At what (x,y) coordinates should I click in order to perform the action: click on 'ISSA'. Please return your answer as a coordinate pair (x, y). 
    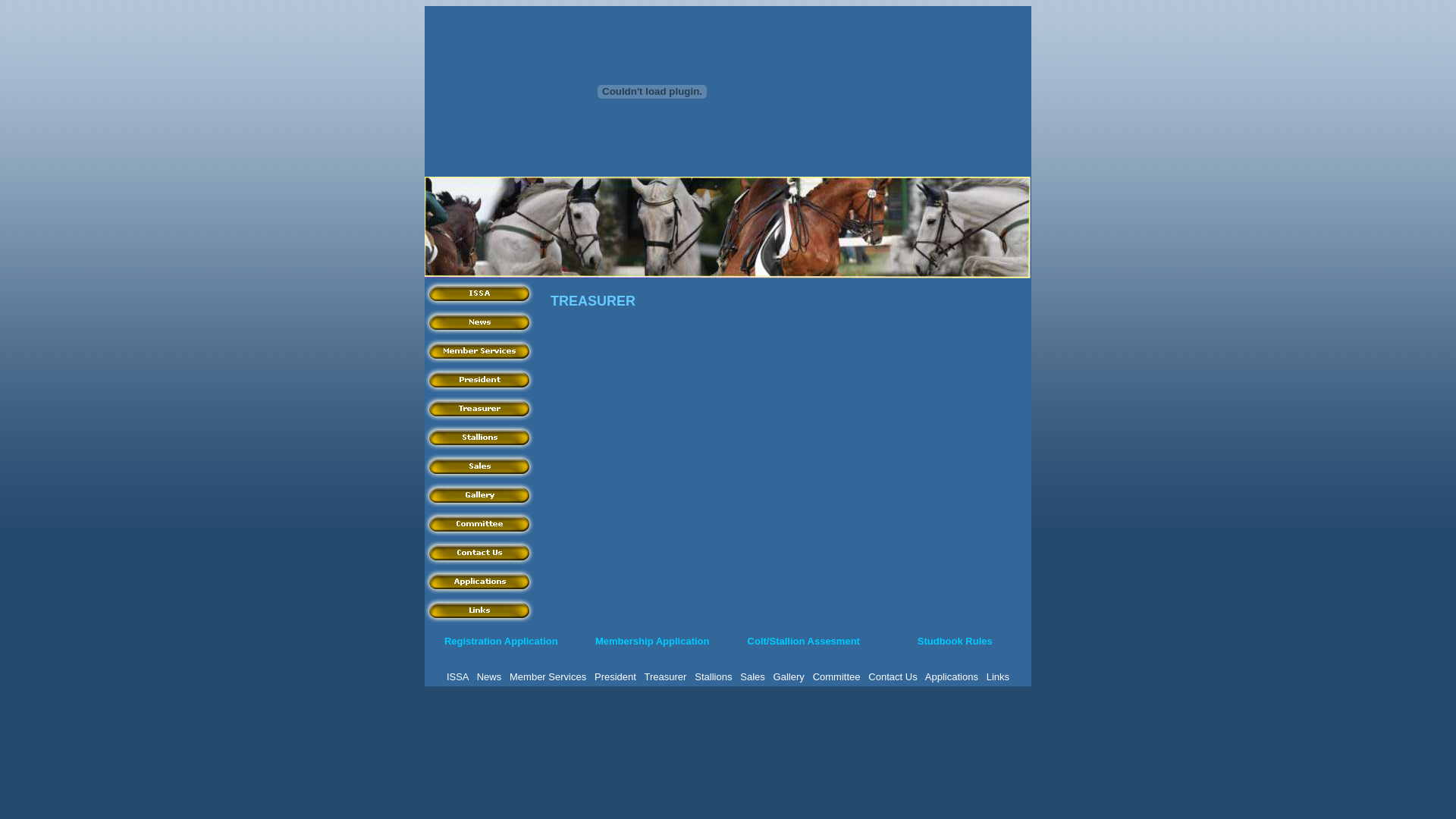
    Looking at the image, I should click on (457, 676).